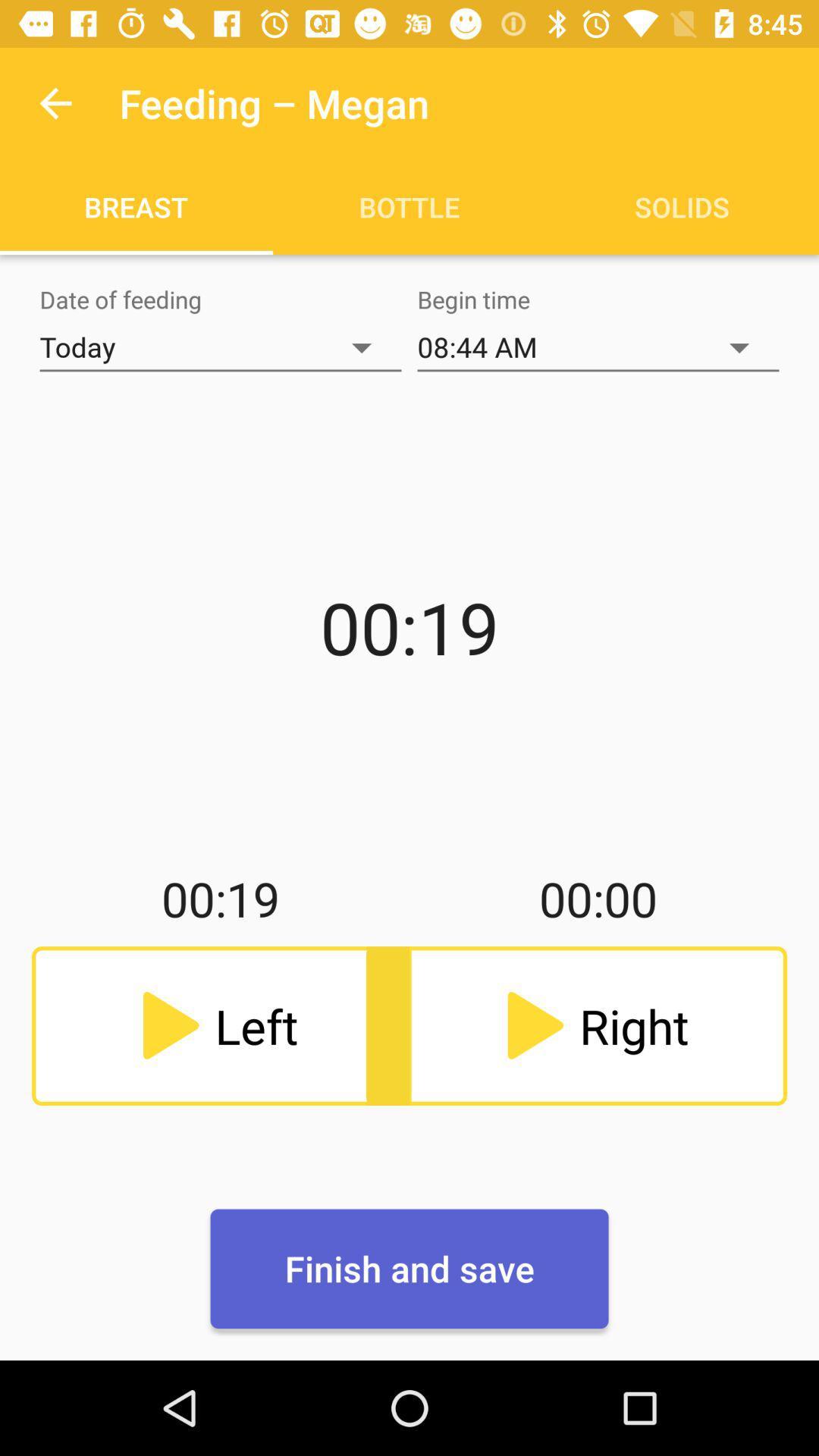 This screenshot has width=819, height=1456. What do you see at coordinates (55, 102) in the screenshot?
I see `icon above the breast` at bounding box center [55, 102].